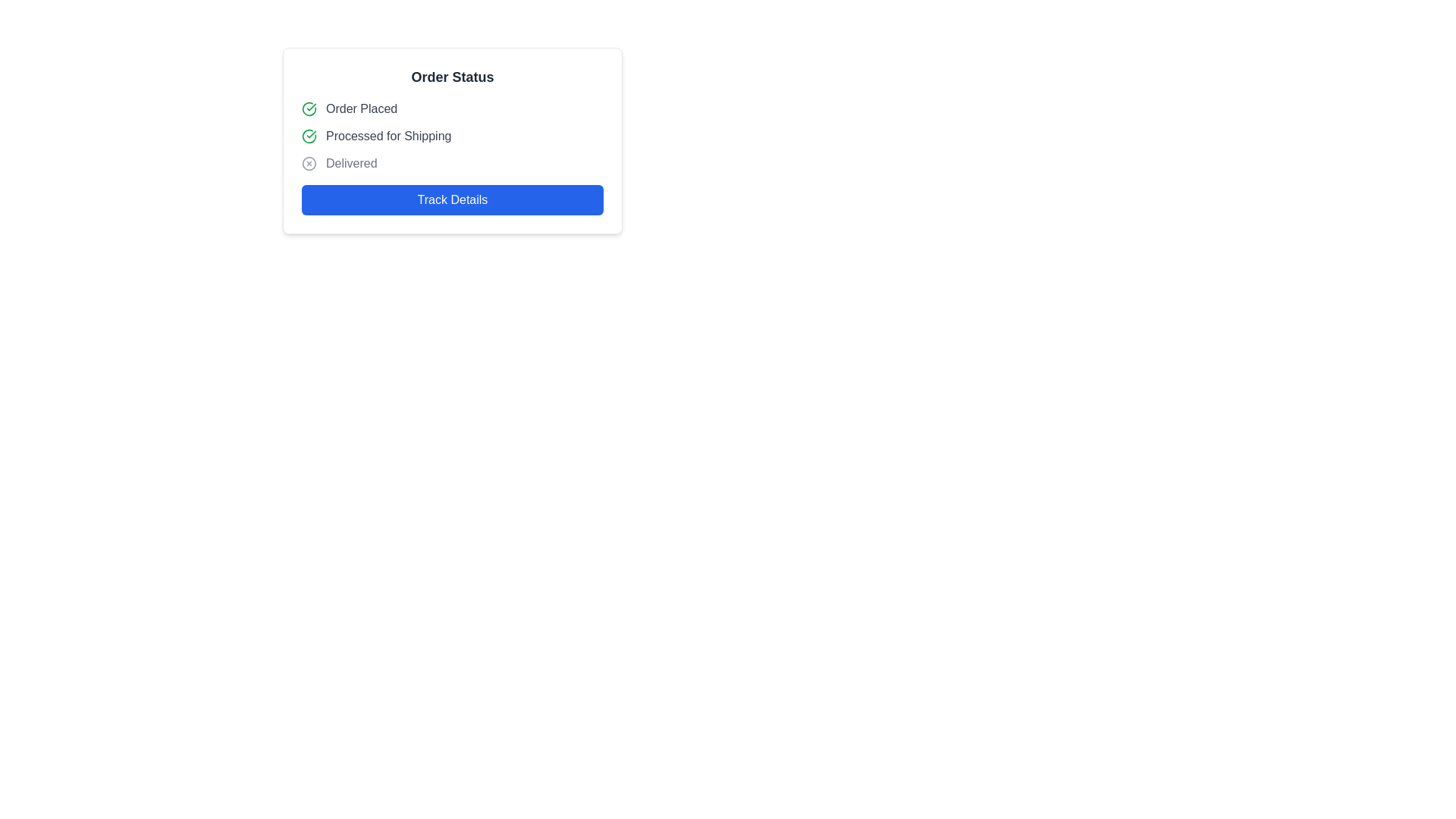 The height and width of the screenshot is (819, 1456). Describe the element at coordinates (451, 164) in the screenshot. I see `the Status indicator row displaying the text 'Delivered' with a gray circular icon` at that location.